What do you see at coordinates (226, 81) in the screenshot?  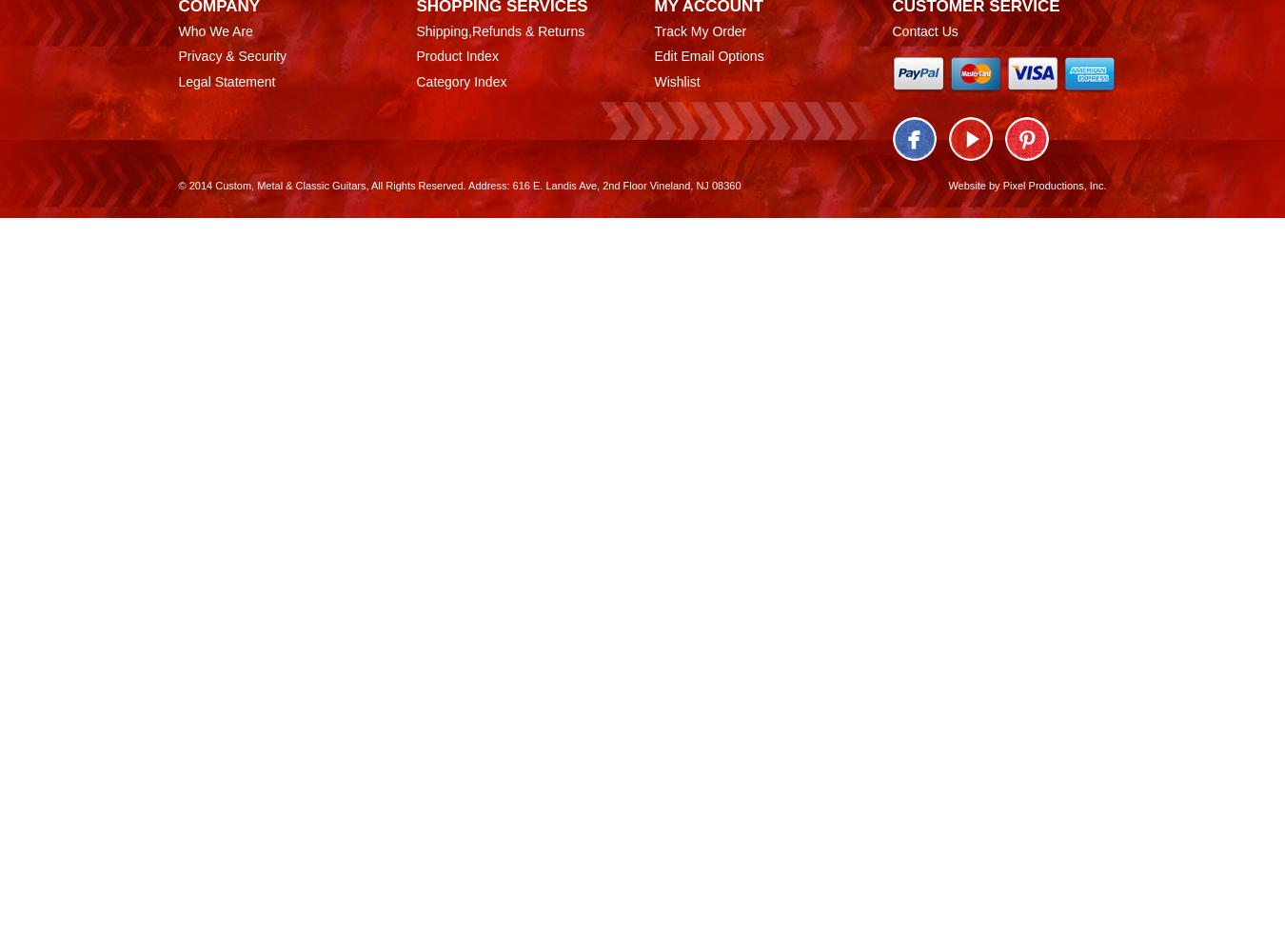 I see `'Legal Statement'` at bounding box center [226, 81].